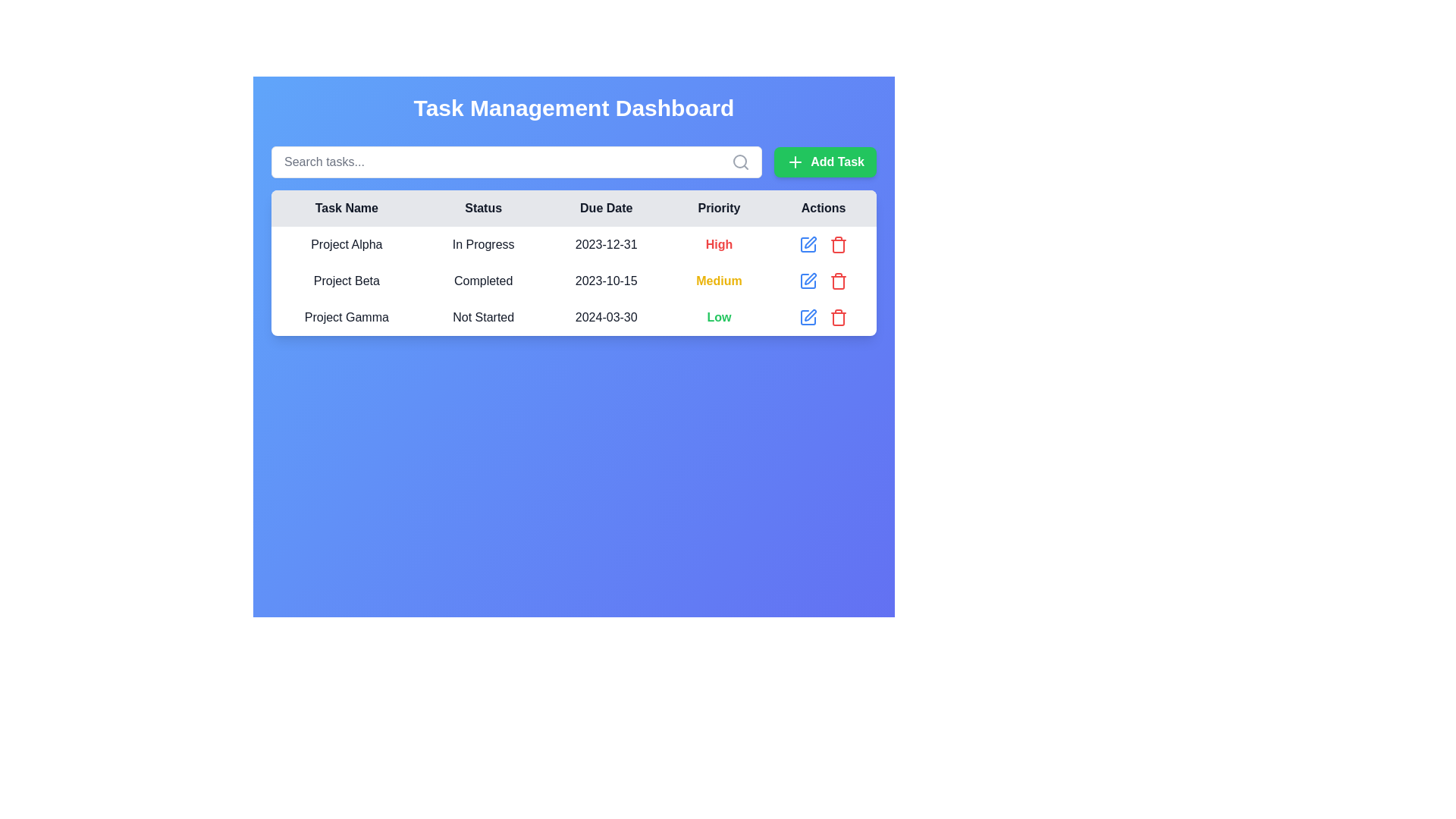  What do you see at coordinates (807, 244) in the screenshot?
I see `the Icon Button in the 'Actions' column of the first row of the task table` at bounding box center [807, 244].